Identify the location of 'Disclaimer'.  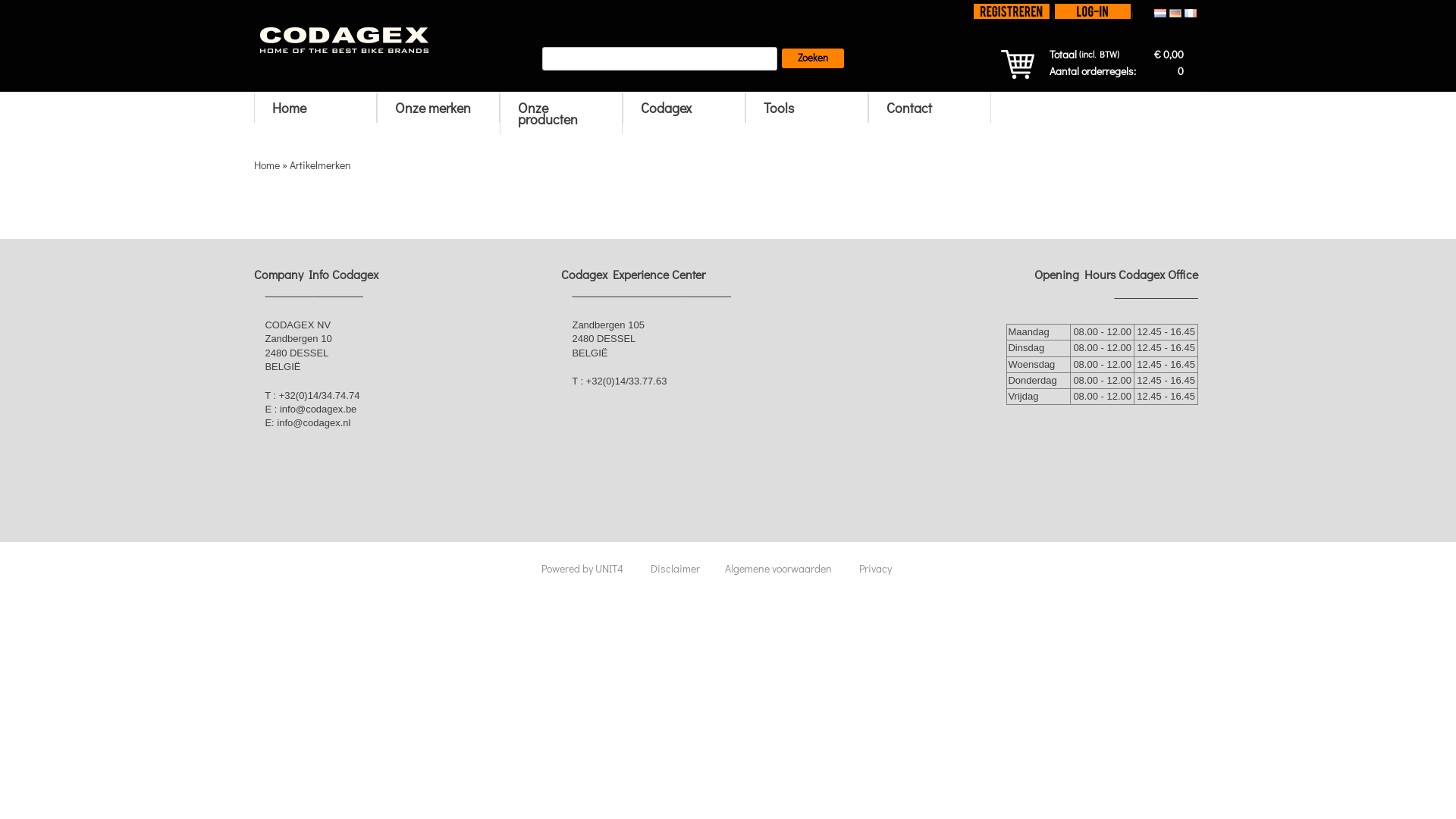
(686, 568).